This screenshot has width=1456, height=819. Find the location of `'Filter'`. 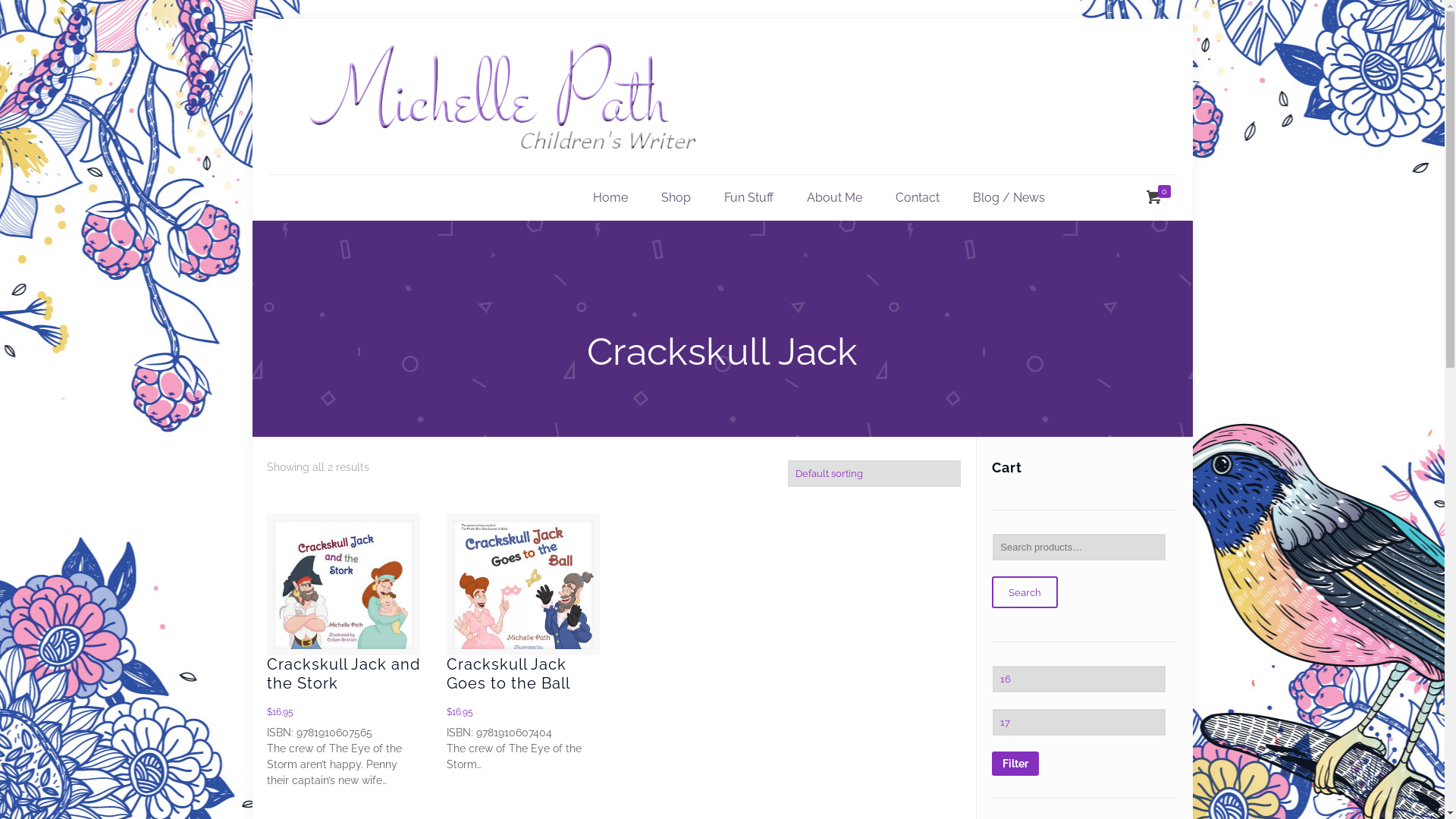

'Filter' is located at coordinates (1015, 763).